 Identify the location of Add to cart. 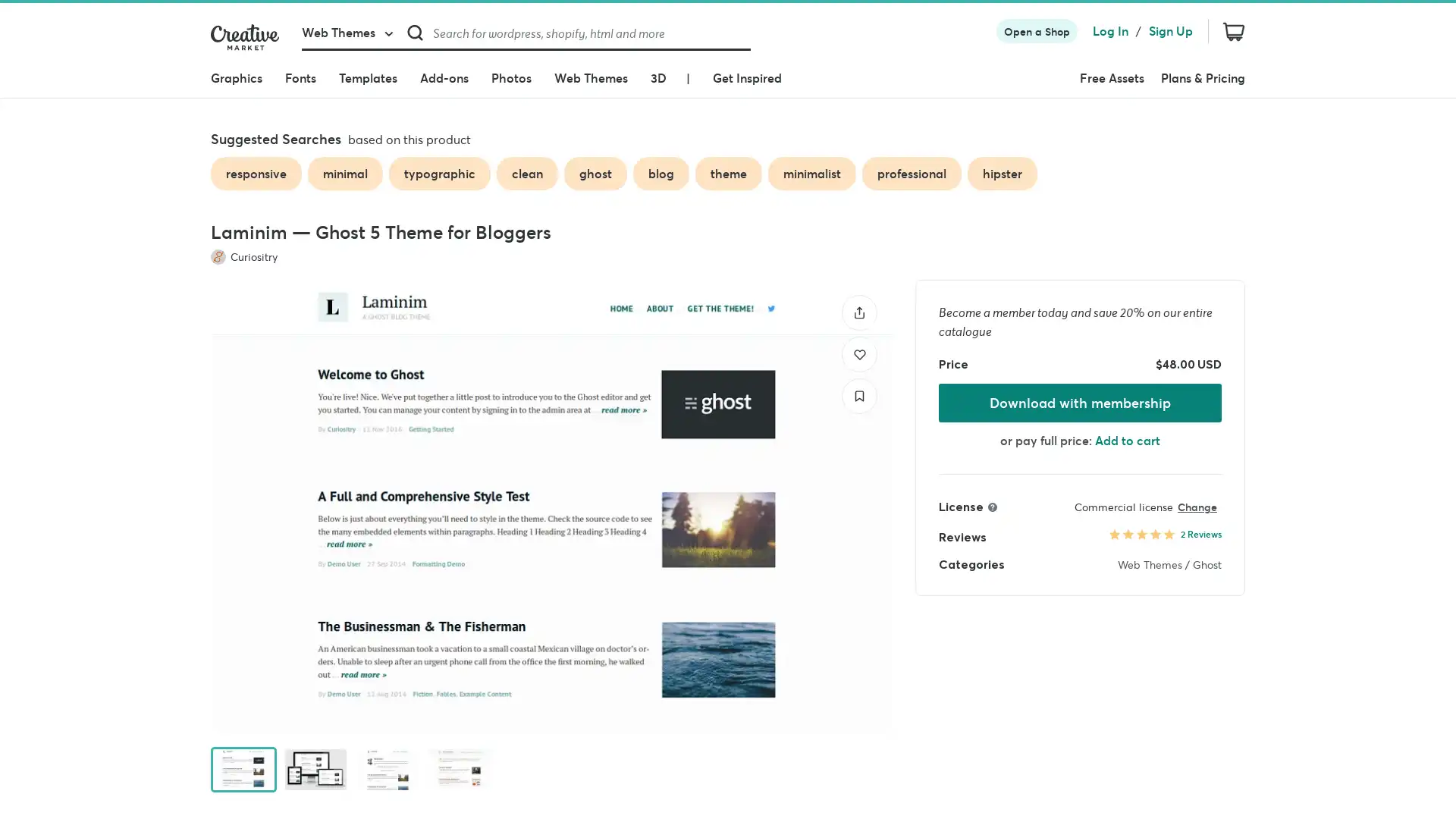
(1128, 439).